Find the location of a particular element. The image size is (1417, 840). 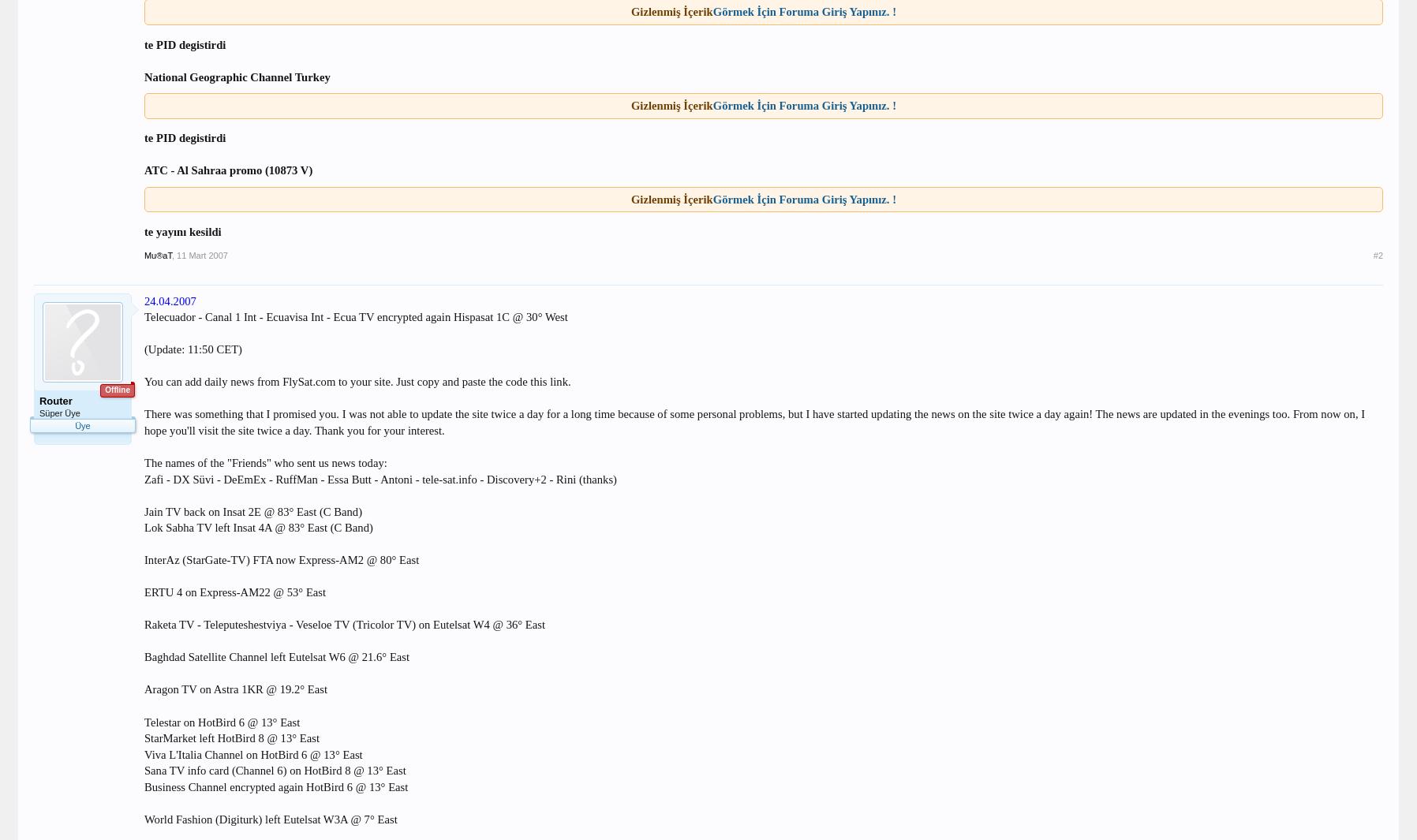

'Üye' is located at coordinates (81, 424).